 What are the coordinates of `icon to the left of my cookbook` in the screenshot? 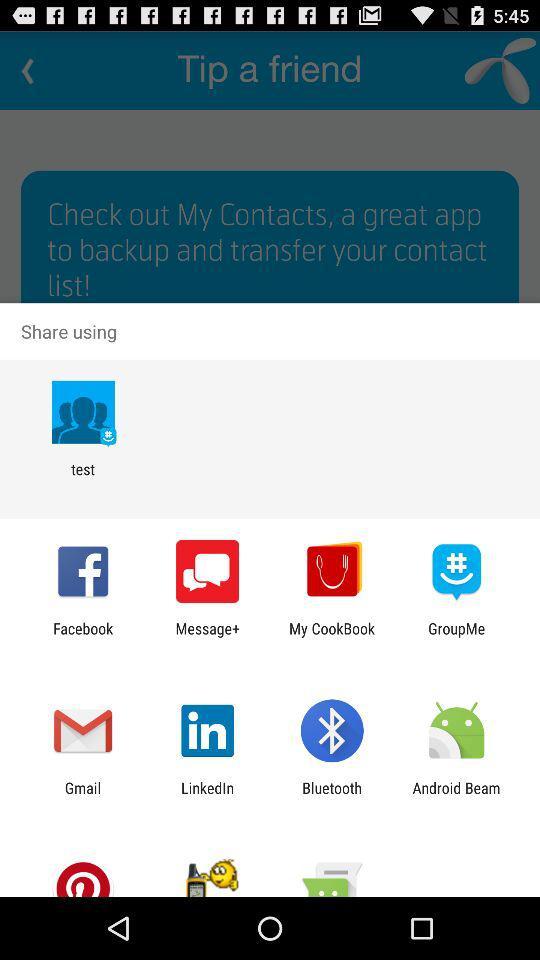 It's located at (206, 636).